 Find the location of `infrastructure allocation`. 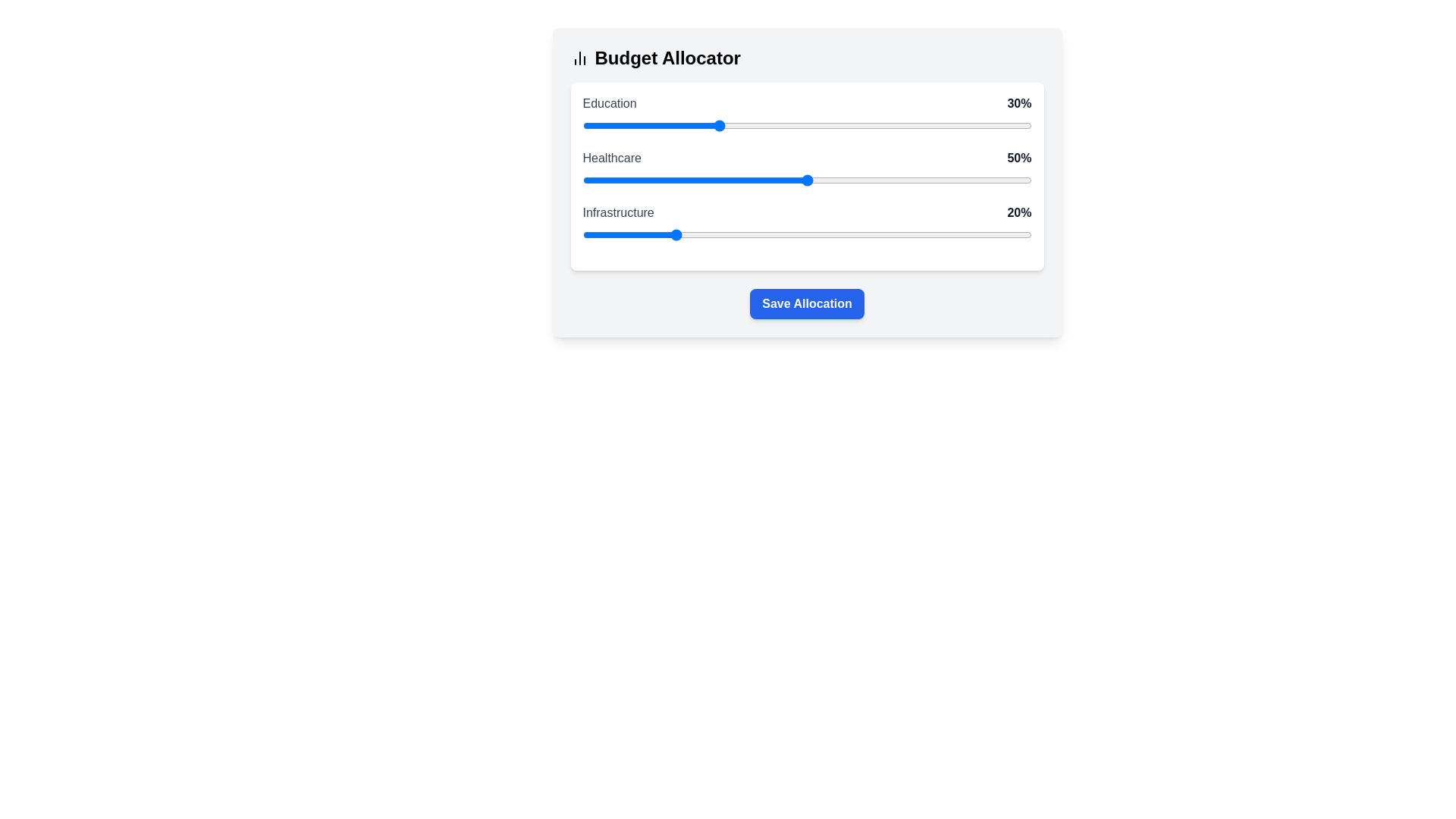

infrastructure allocation is located at coordinates (1013, 234).